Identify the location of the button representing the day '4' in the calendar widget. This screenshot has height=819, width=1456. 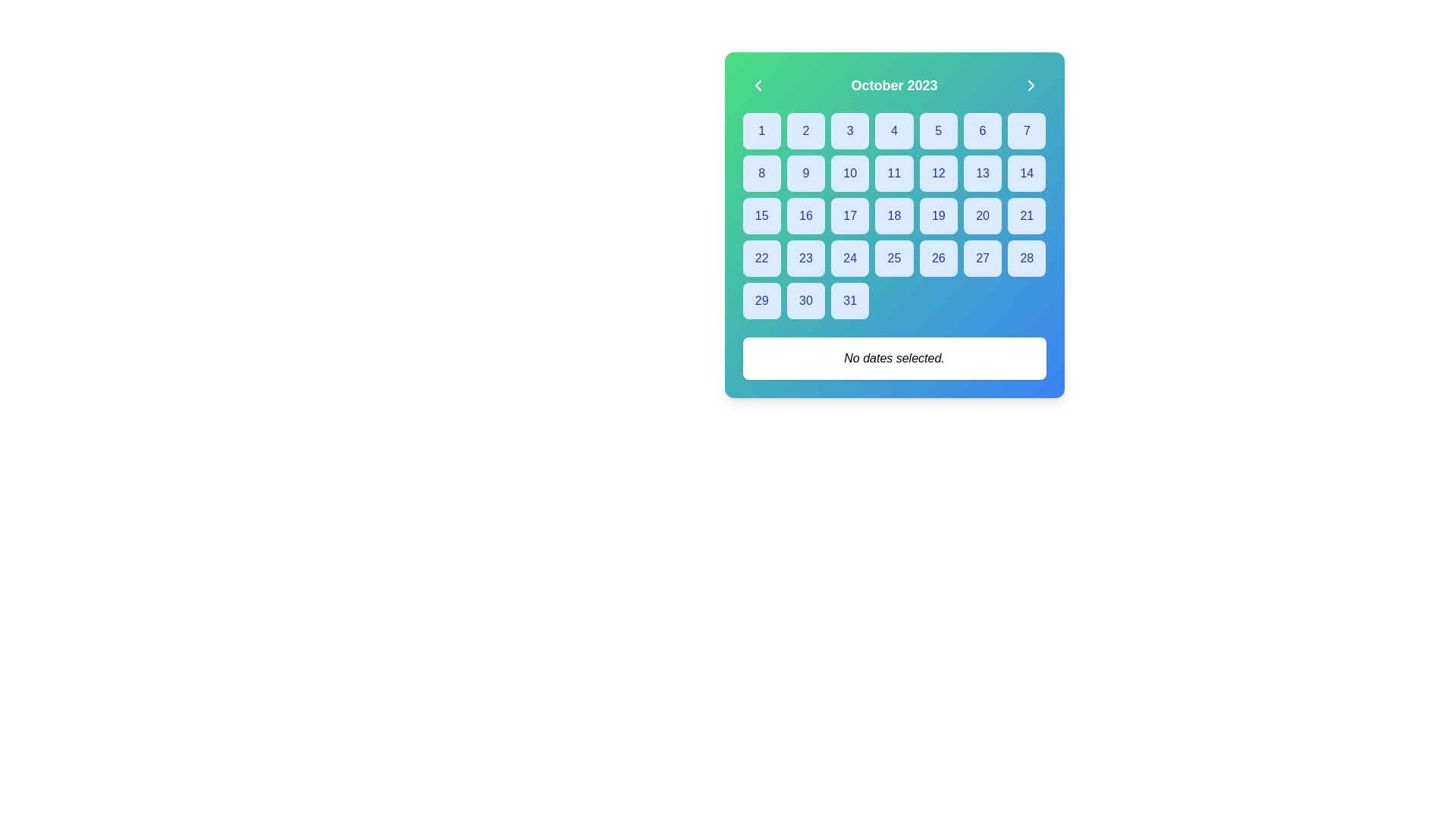
(894, 130).